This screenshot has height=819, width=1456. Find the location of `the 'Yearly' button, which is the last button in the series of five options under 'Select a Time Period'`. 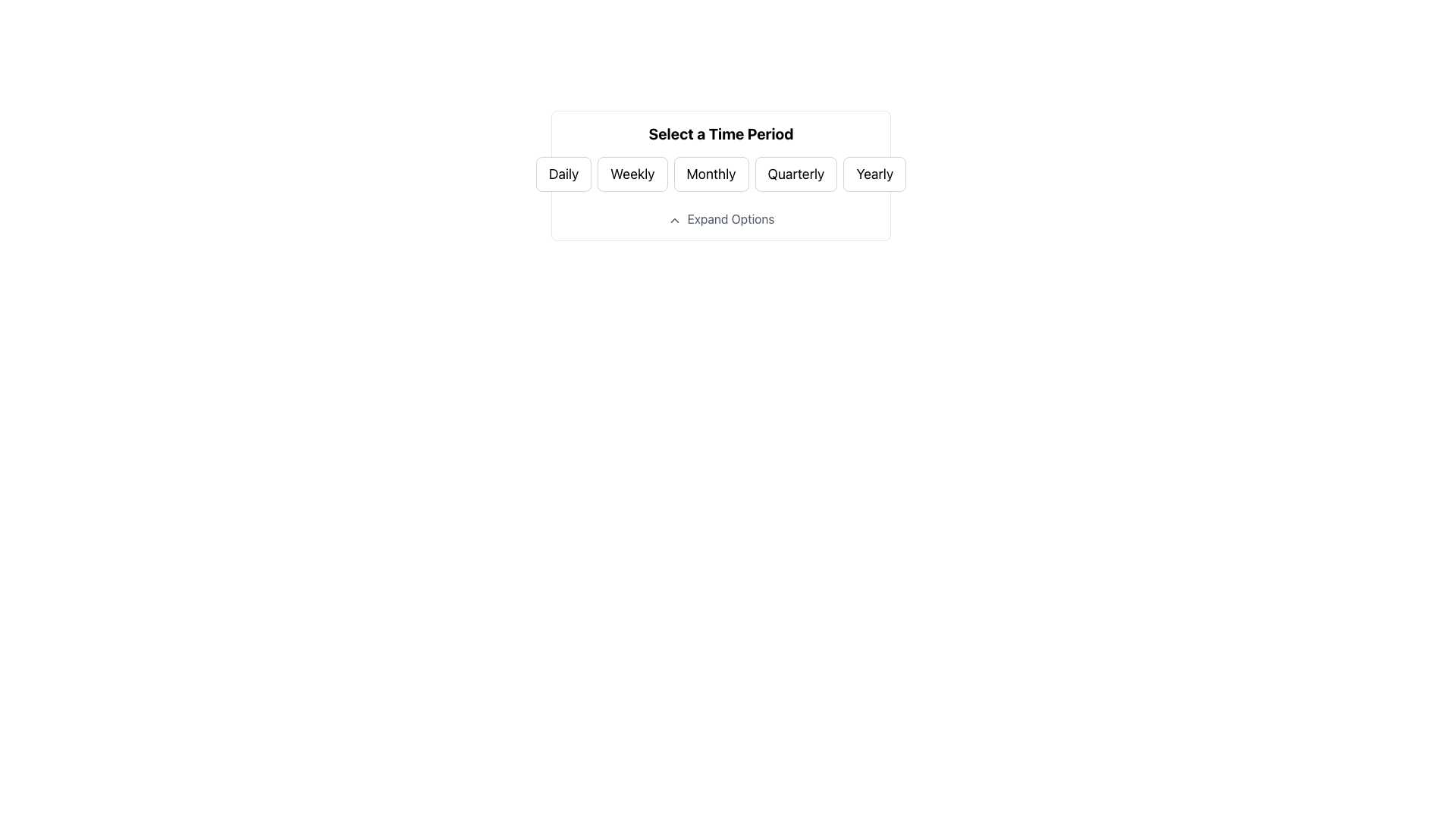

the 'Yearly' button, which is the last button in the series of five options under 'Select a Time Period' is located at coordinates (874, 174).